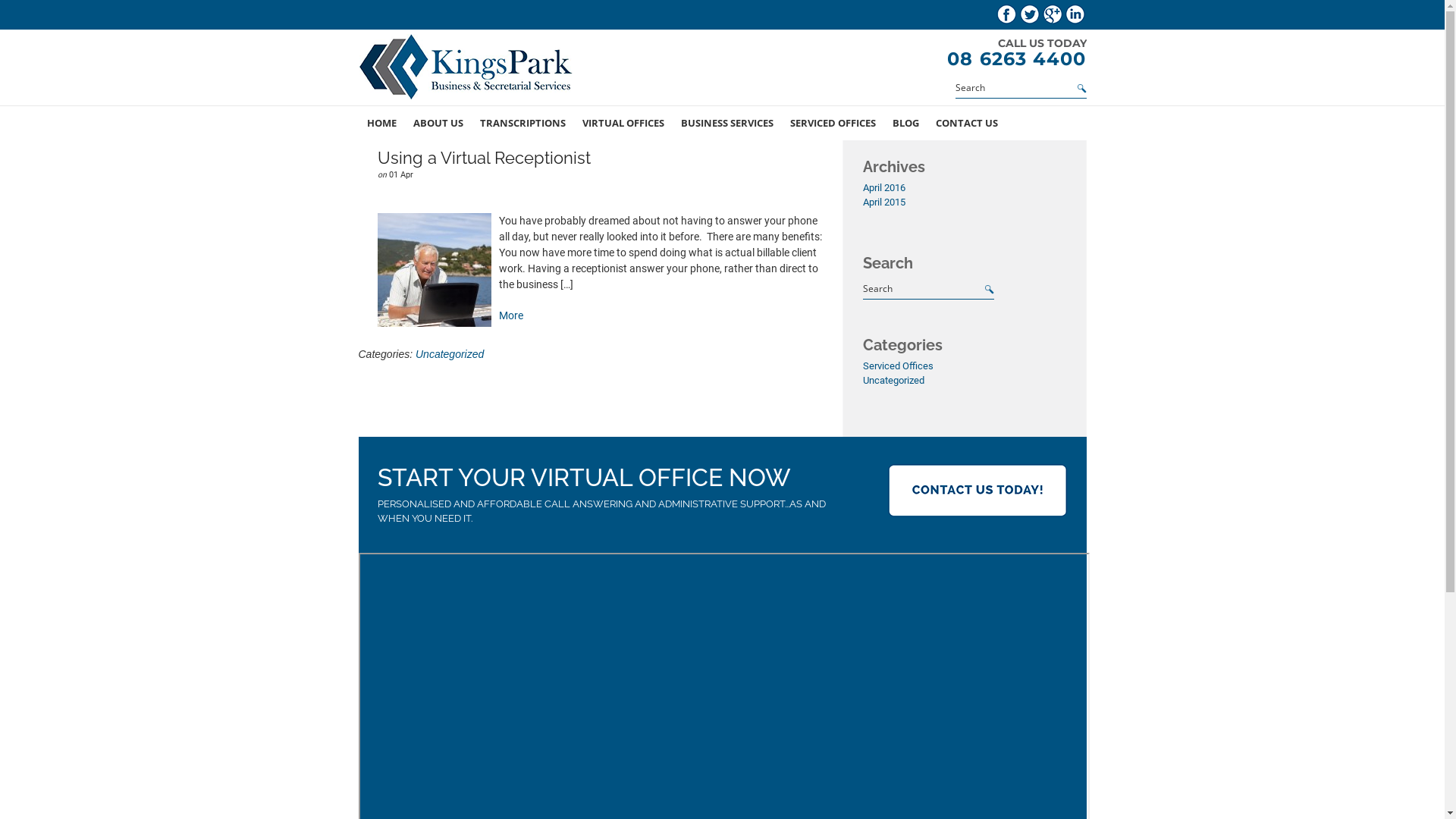  I want to click on 'April 2016', so click(884, 187).